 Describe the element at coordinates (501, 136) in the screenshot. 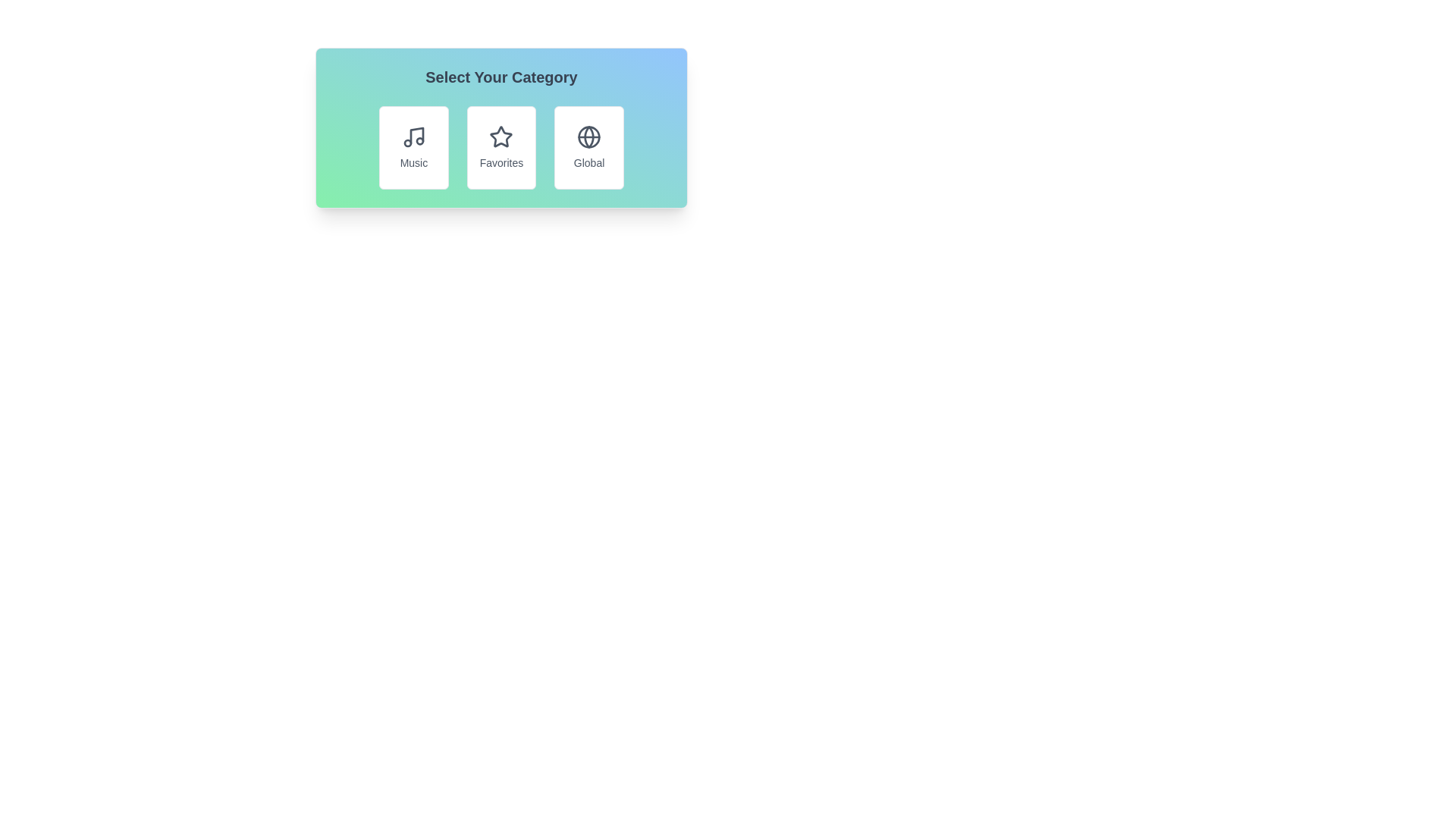

I see `the central star icon within the 'Favorites' button` at that location.